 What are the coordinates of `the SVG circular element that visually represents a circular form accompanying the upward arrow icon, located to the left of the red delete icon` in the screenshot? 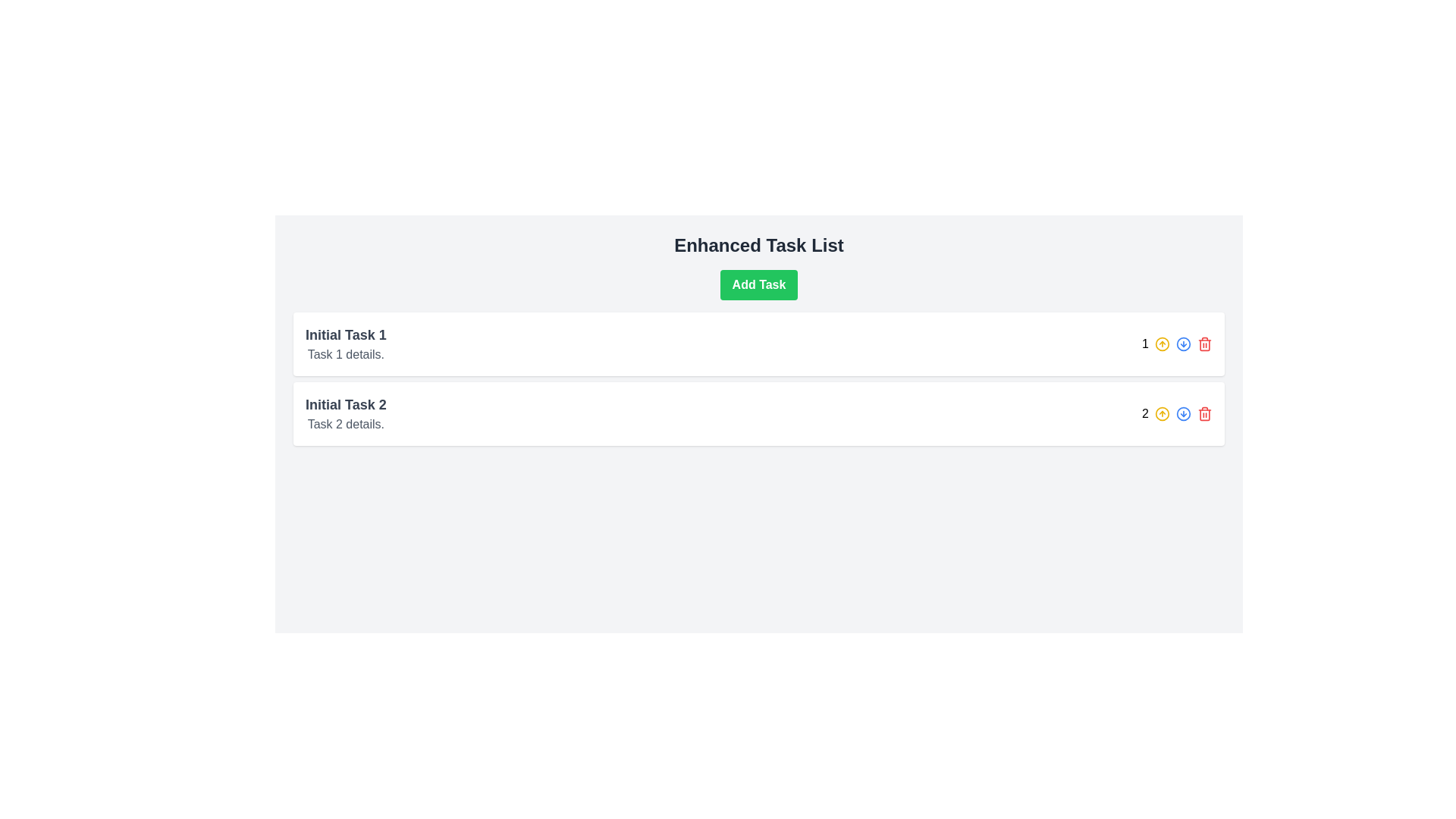 It's located at (1161, 414).